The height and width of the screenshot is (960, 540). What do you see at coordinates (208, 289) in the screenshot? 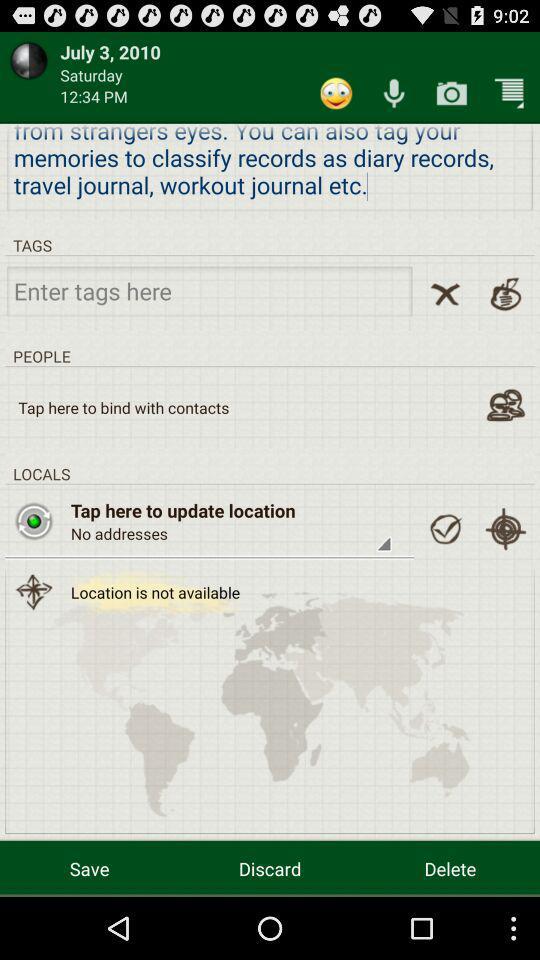
I see `tags` at bounding box center [208, 289].